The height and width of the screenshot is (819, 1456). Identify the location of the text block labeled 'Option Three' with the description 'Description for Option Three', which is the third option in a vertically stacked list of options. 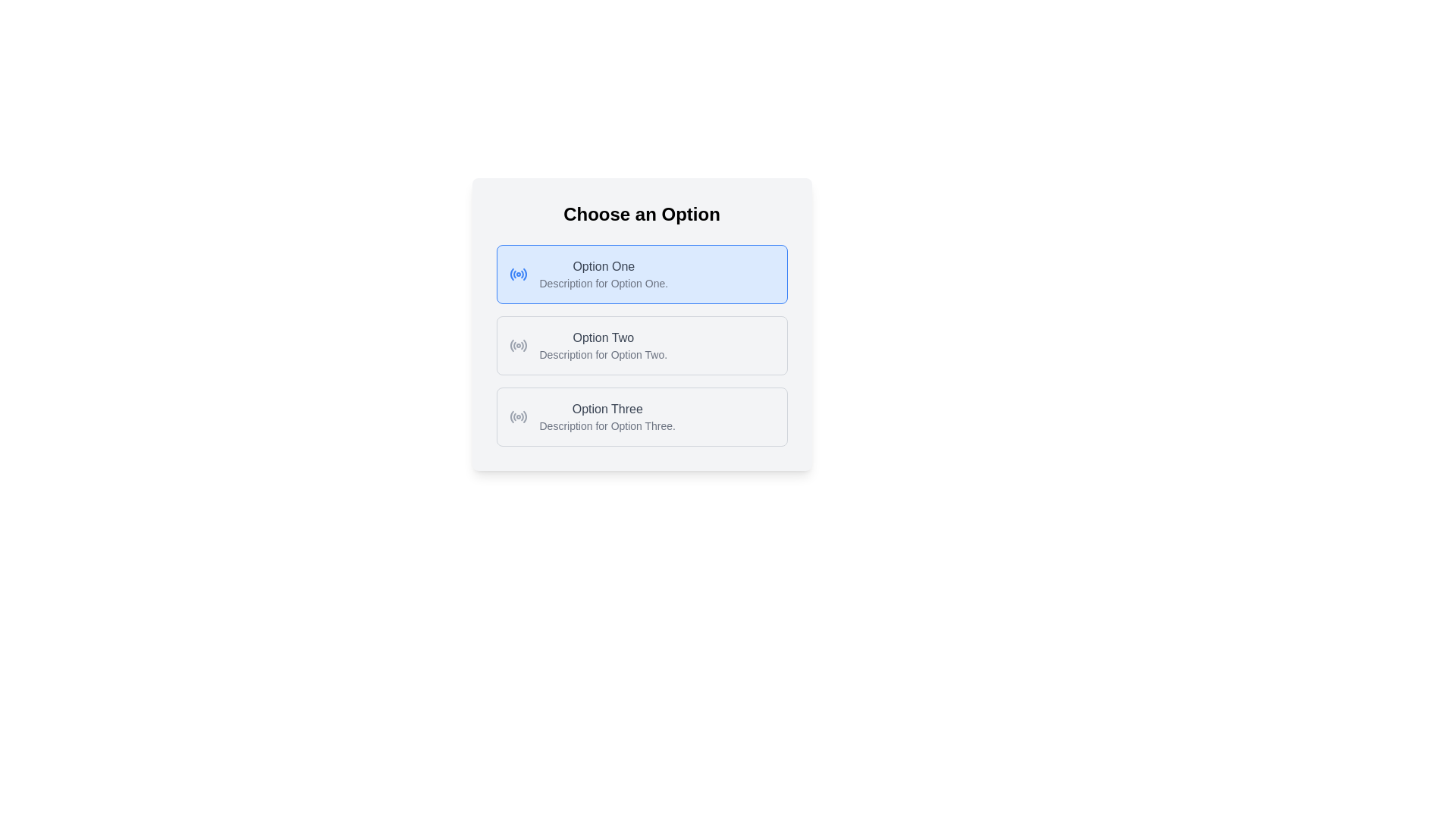
(607, 417).